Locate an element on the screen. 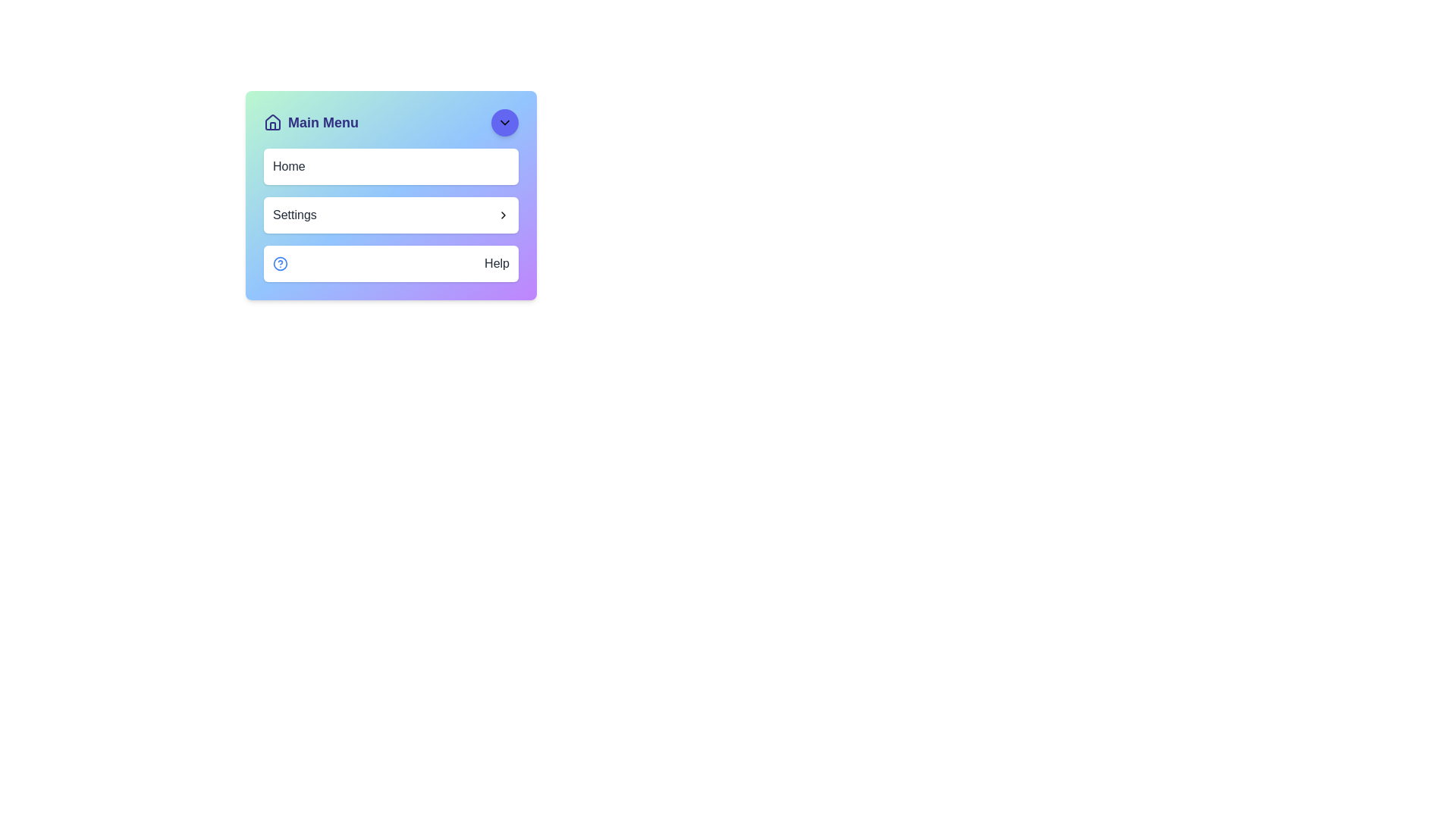 This screenshot has width=1456, height=819. the 'Home' navigation label, which is displayed in a medium-weight dark gray font on a white rounded rectangular background within the main menu is located at coordinates (289, 166).